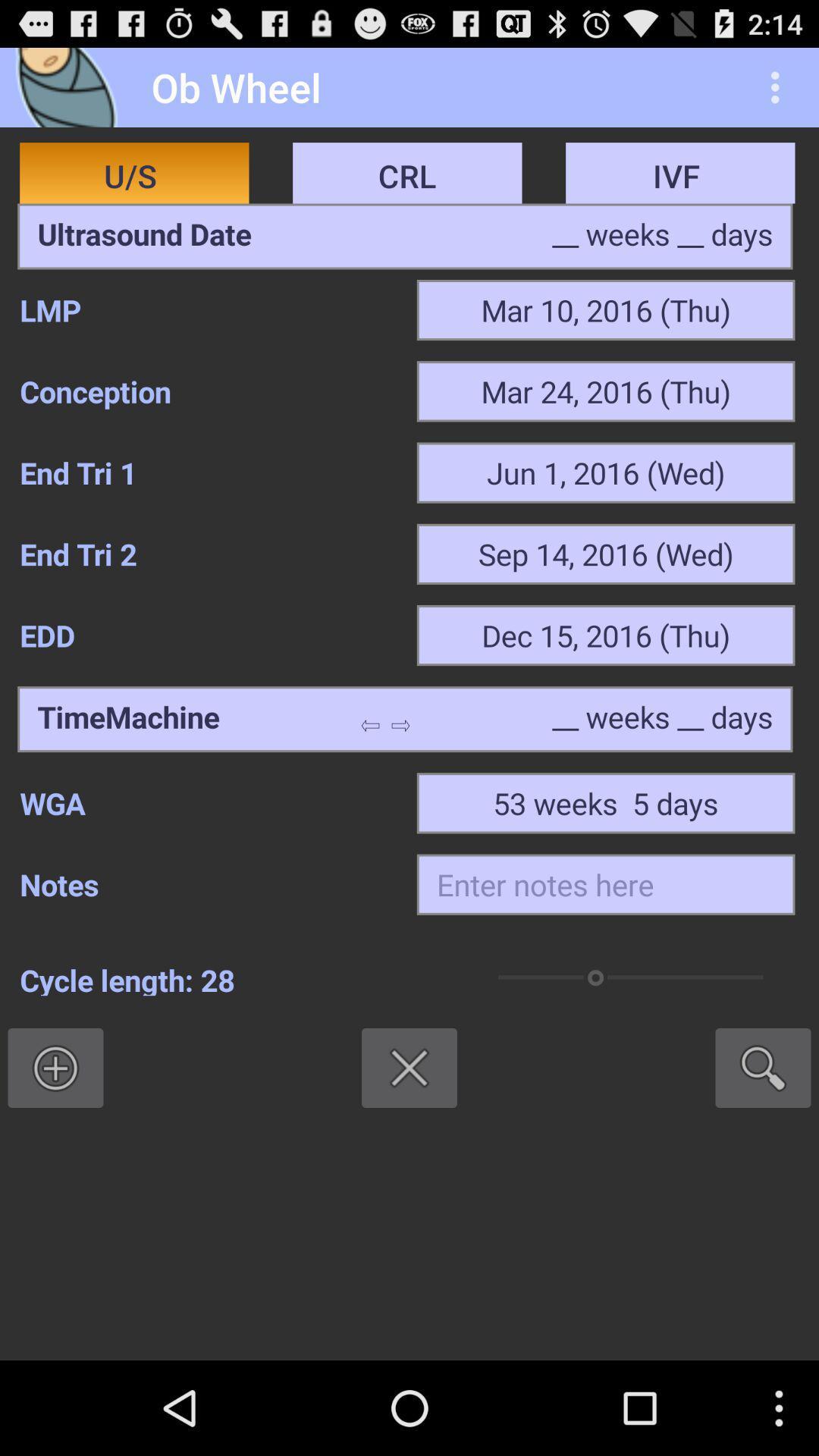  I want to click on lmp, so click(208, 309).